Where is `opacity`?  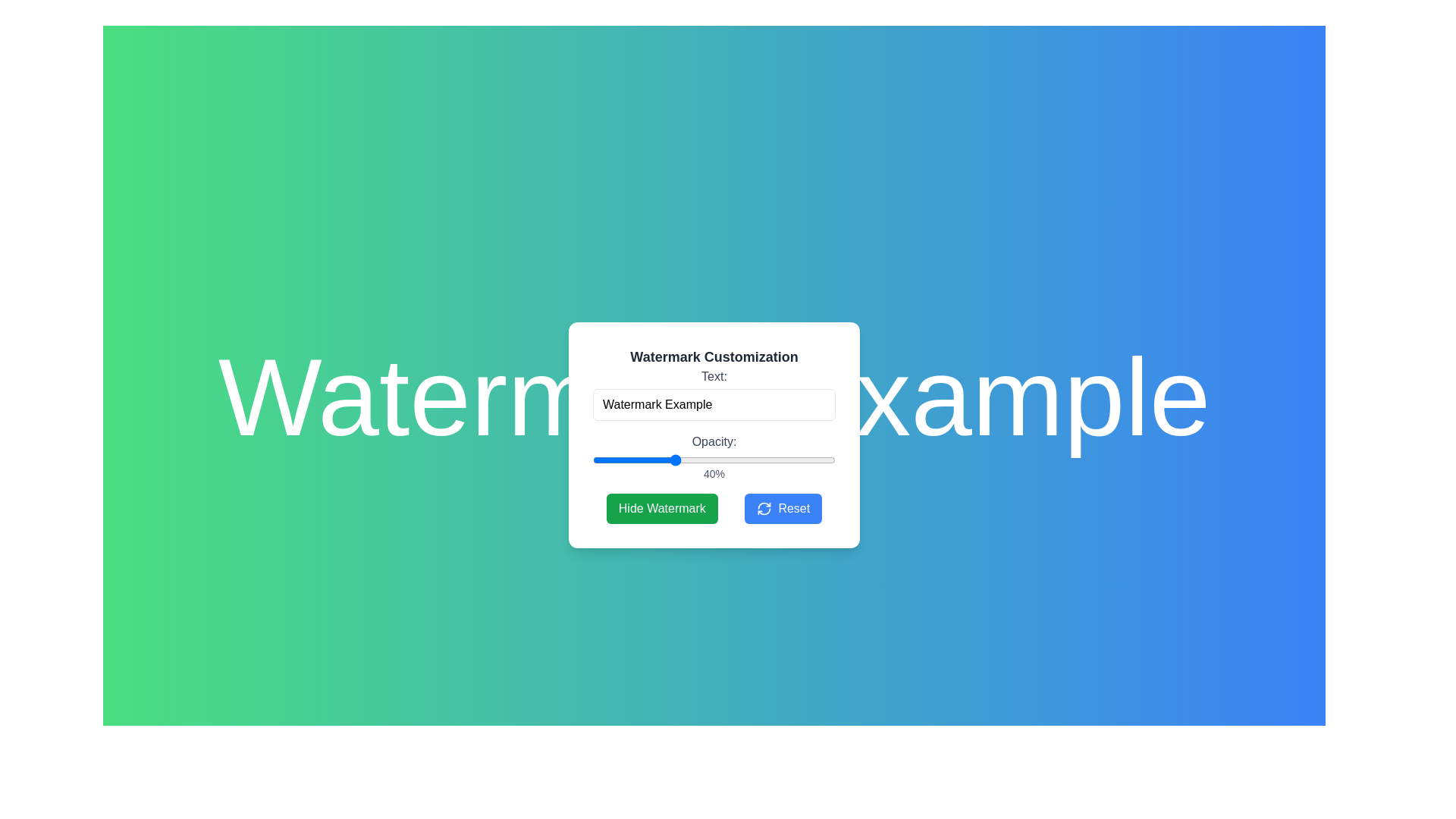 opacity is located at coordinates (676, 459).